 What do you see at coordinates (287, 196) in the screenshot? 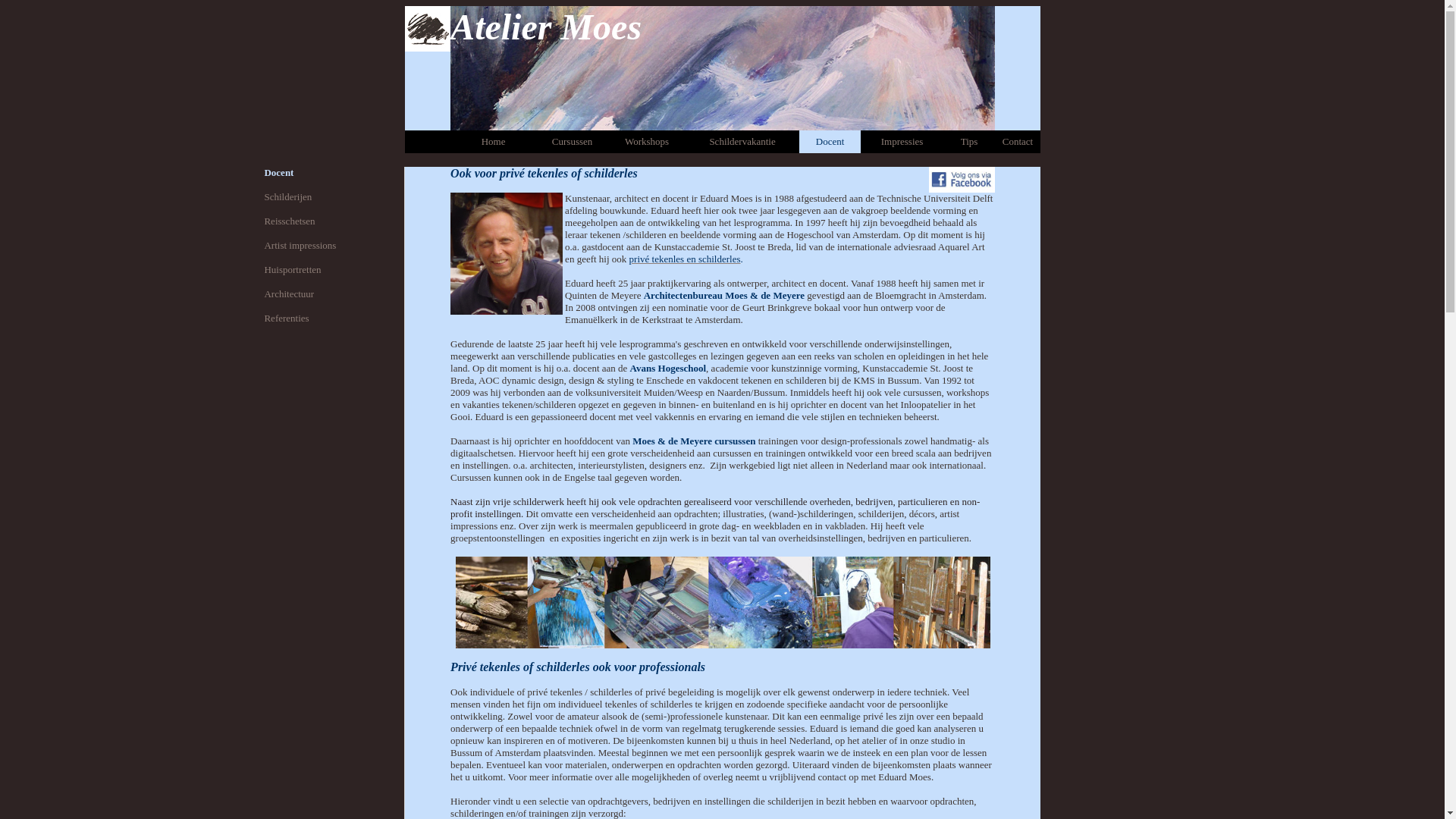
I see `'Schilderijen'` at bounding box center [287, 196].